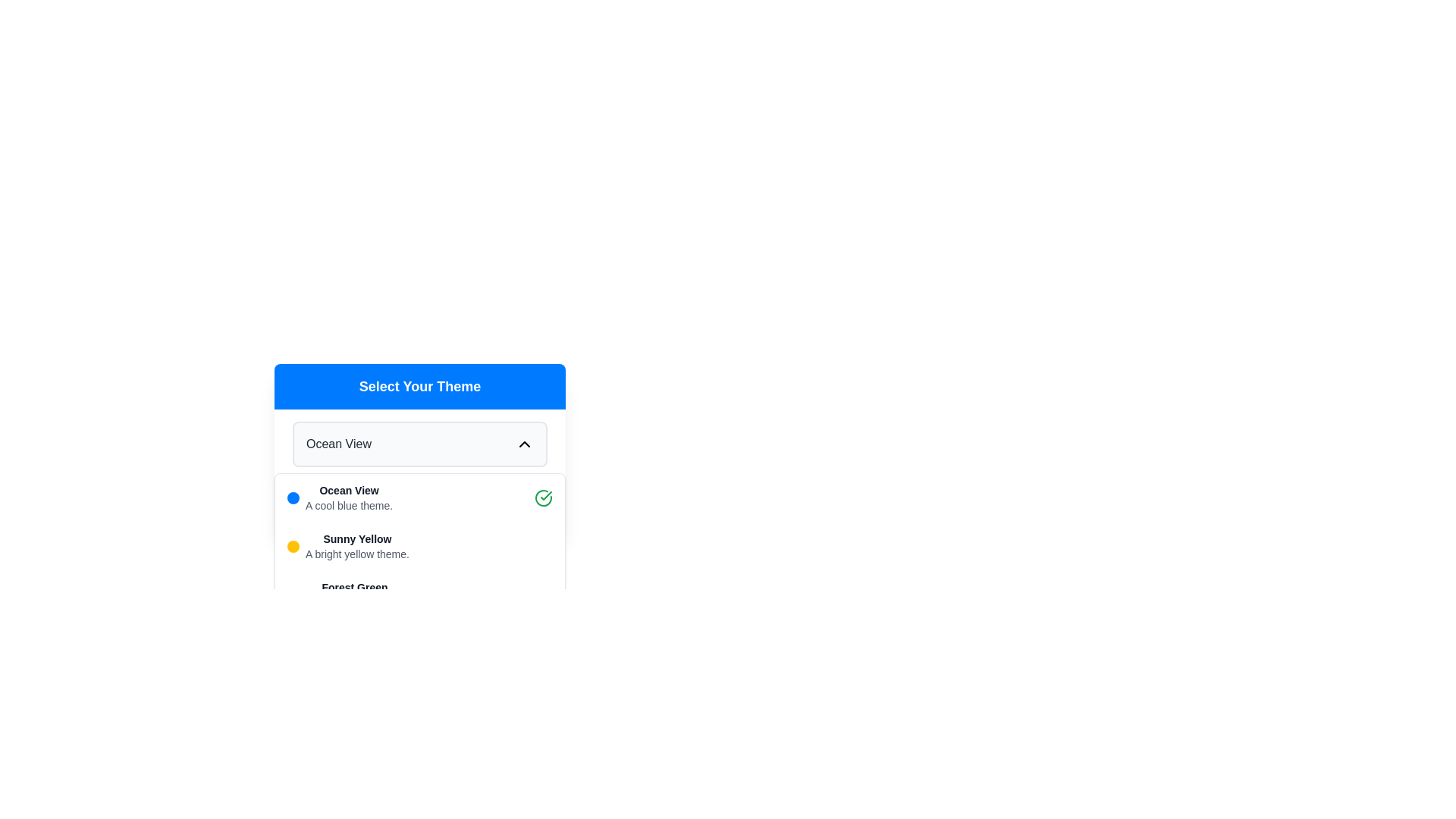 This screenshot has height=819, width=1456. I want to click on the first theme option in the 'Select Your Theme' section, which is visually represented by a blue circular marker and includes its name and description, so click(339, 497).